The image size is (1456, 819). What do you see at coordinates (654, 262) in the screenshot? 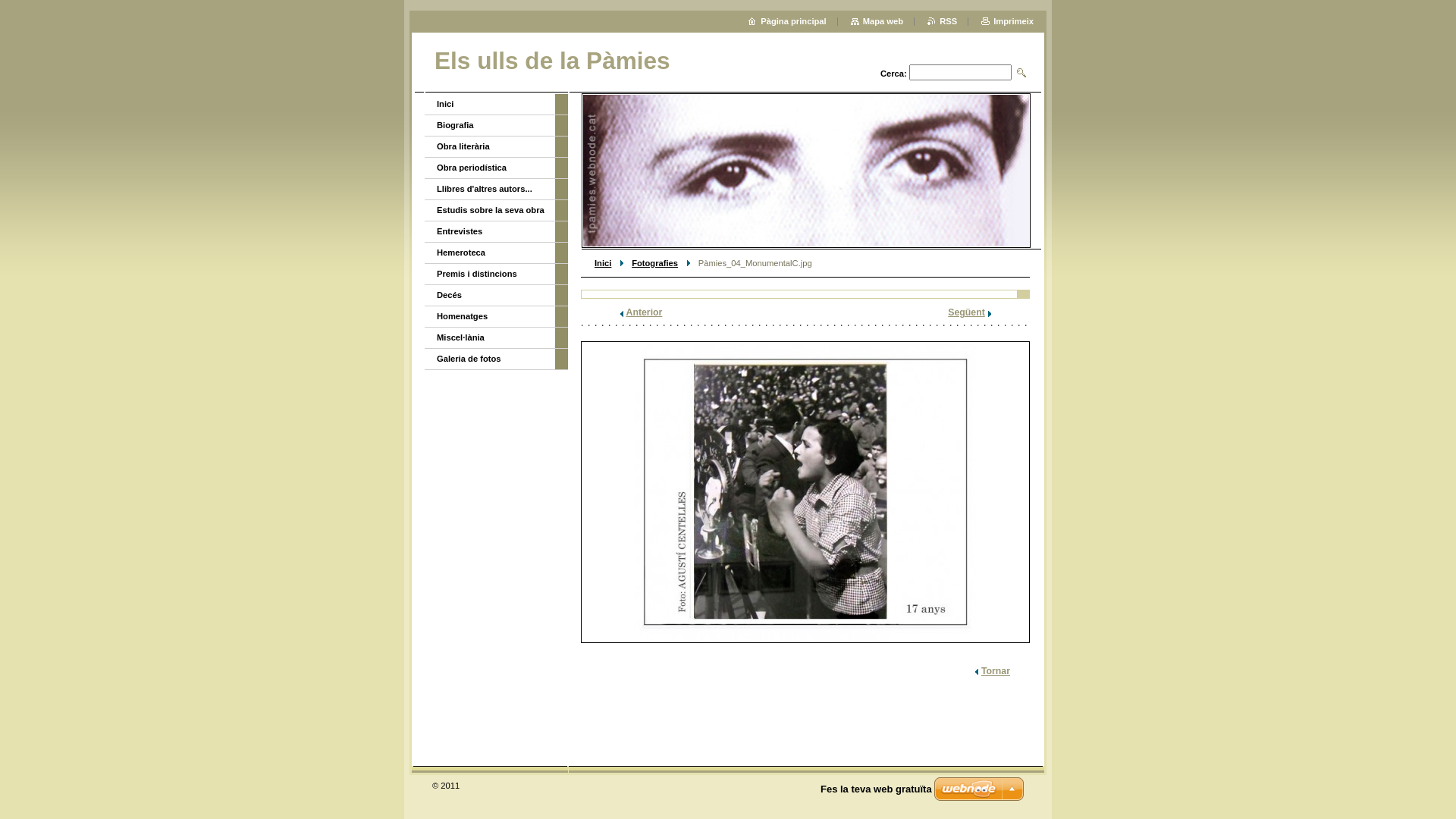
I see `'Fotografies'` at bounding box center [654, 262].